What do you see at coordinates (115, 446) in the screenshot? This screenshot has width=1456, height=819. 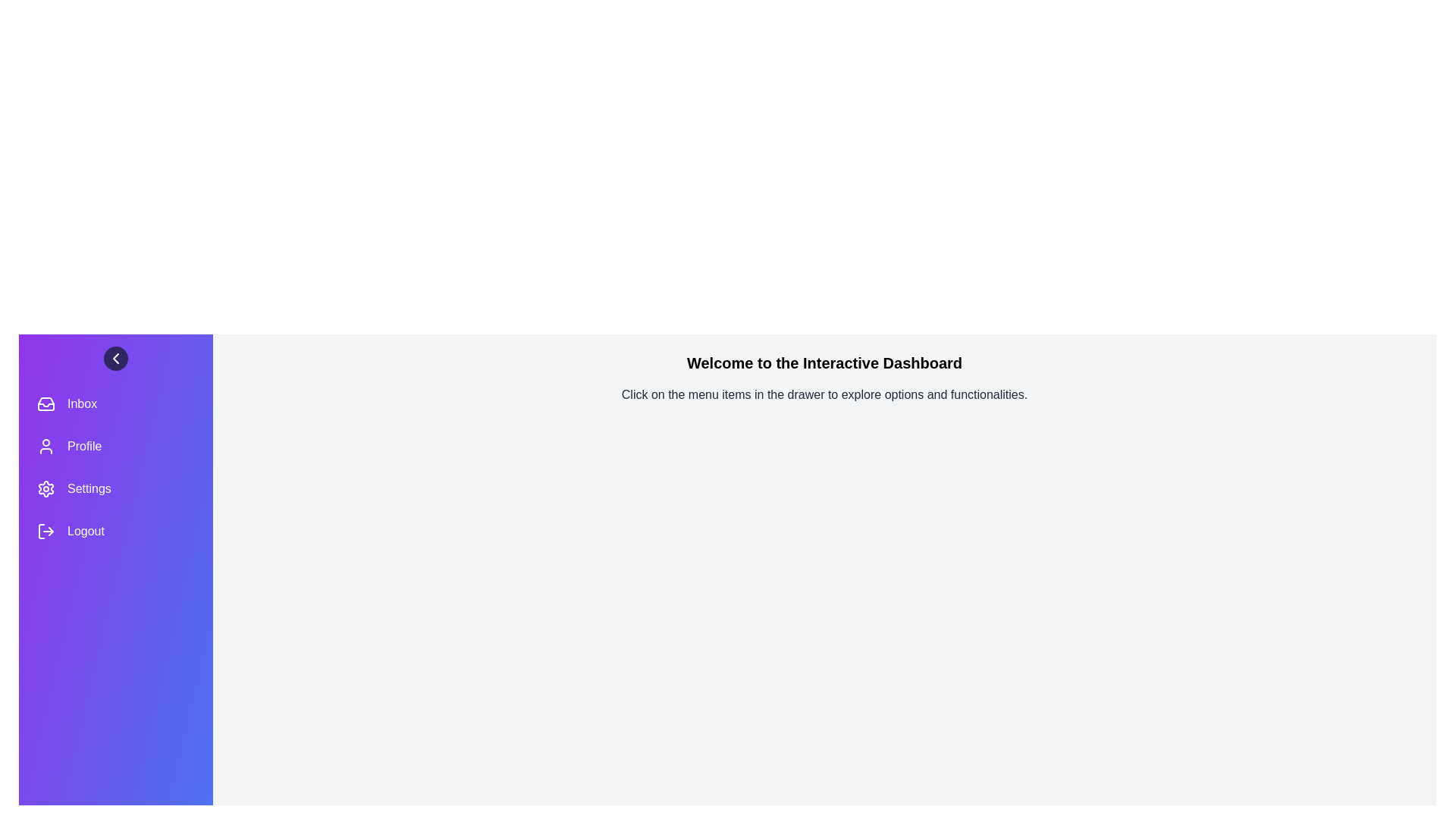 I see `the menu item labeled Profile to observe its hover effect` at bounding box center [115, 446].